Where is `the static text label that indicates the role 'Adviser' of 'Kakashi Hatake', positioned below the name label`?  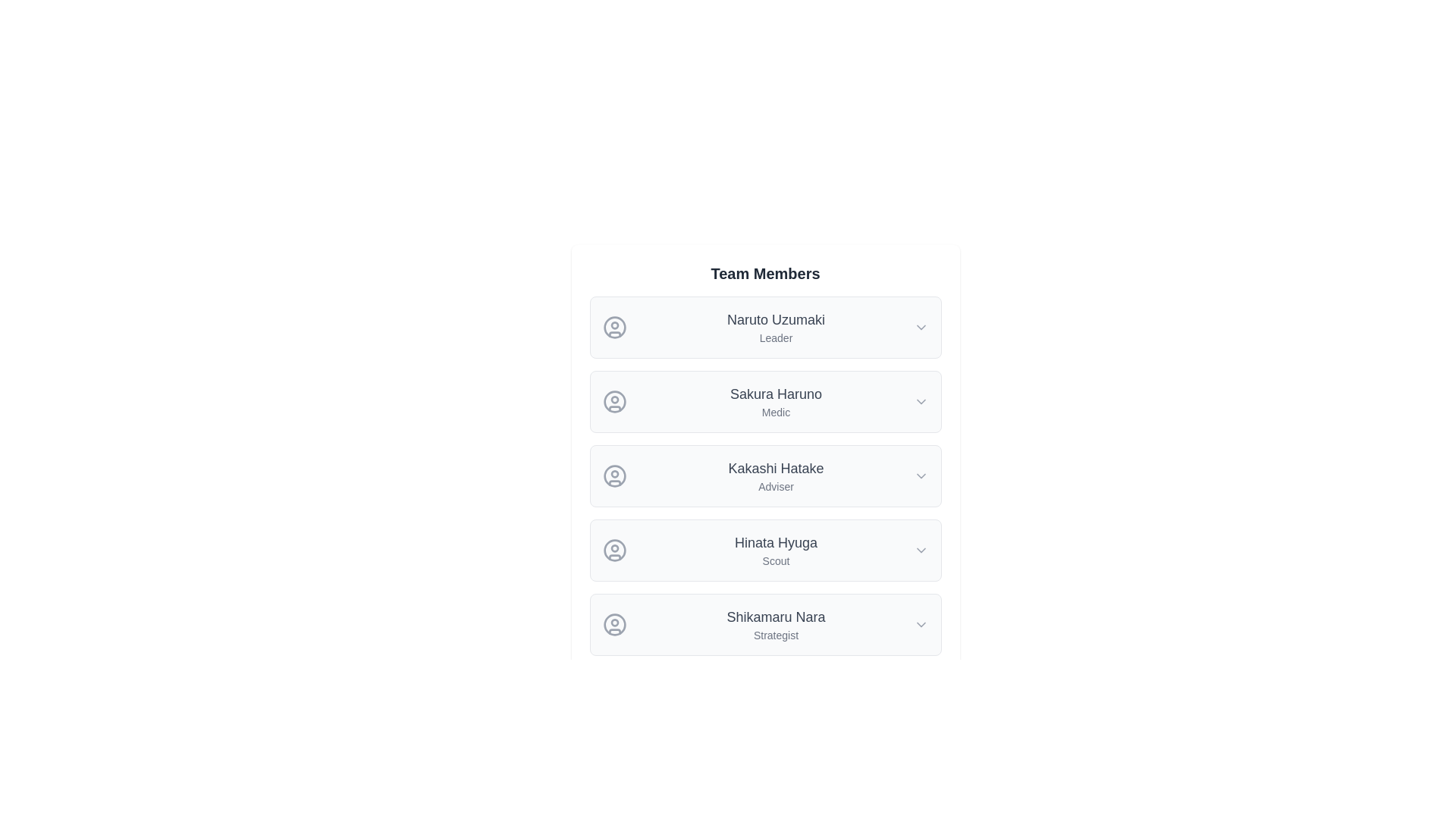 the static text label that indicates the role 'Adviser' of 'Kakashi Hatake', positioned below the name label is located at coordinates (776, 486).